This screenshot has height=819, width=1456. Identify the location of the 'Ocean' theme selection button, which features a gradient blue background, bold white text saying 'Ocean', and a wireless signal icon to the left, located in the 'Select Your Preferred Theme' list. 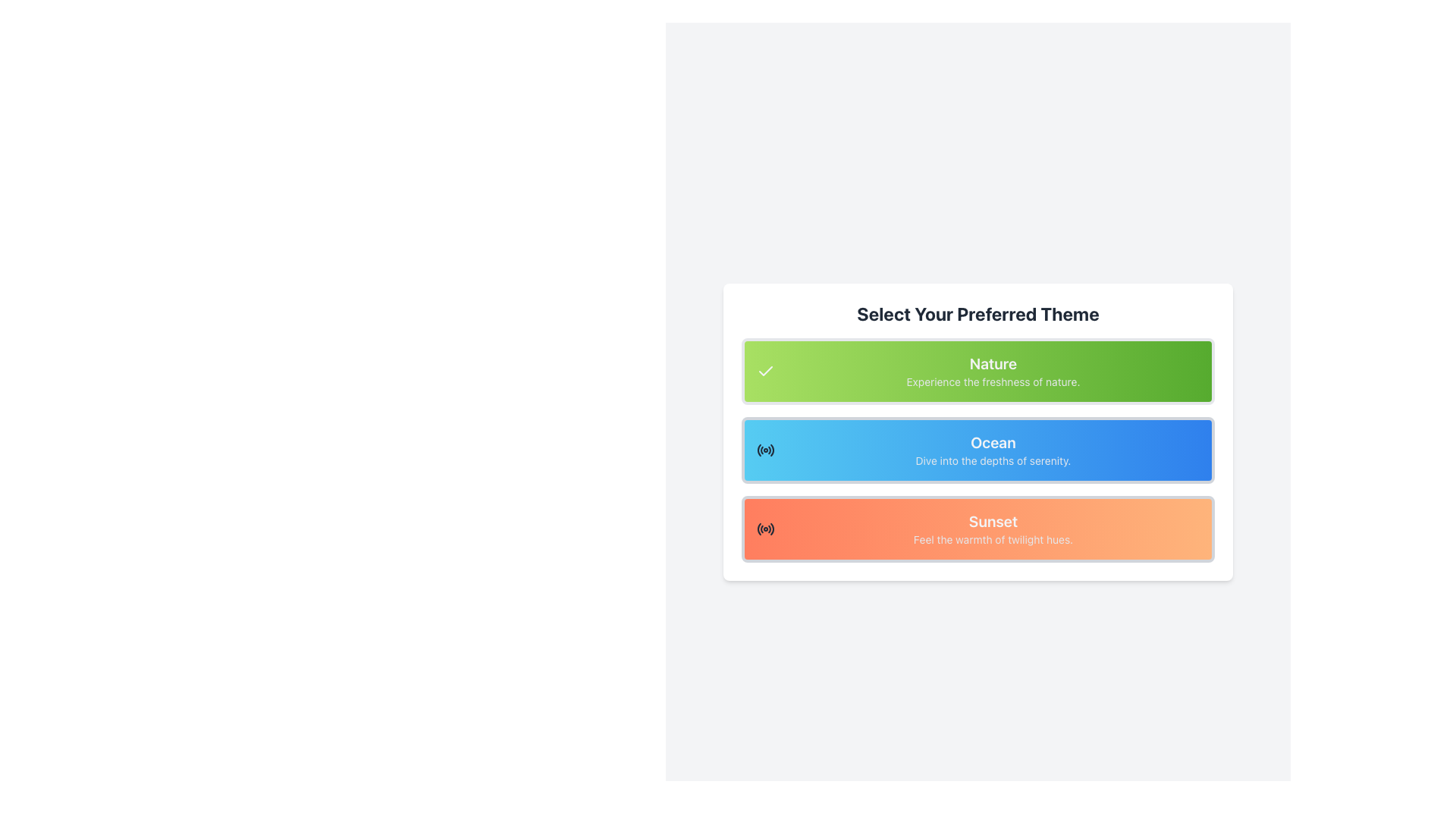
(978, 450).